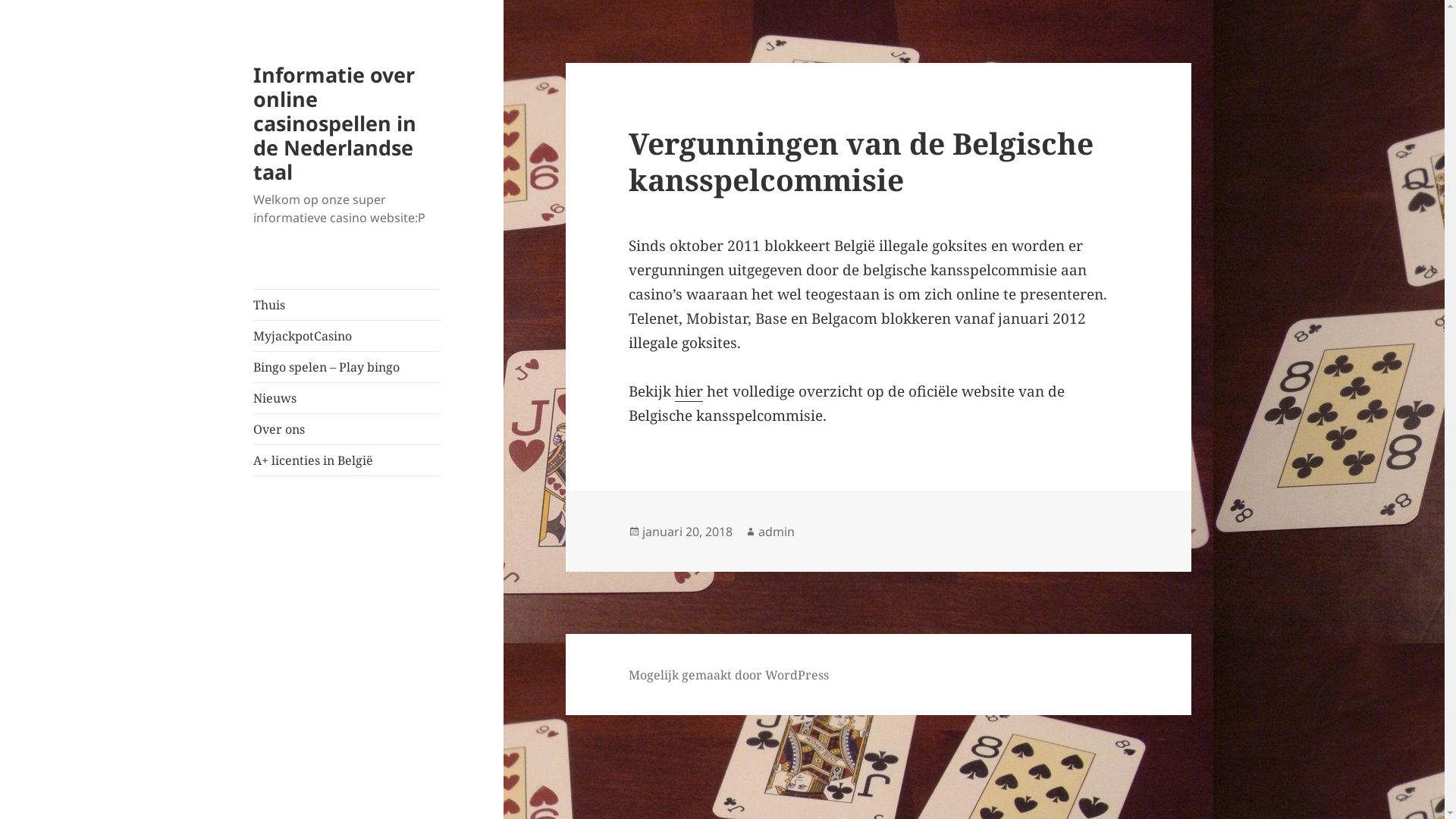 The height and width of the screenshot is (819, 1456). What do you see at coordinates (346, 397) in the screenshot?
I see `'Nieuws'` at bounding box center [346, 397].